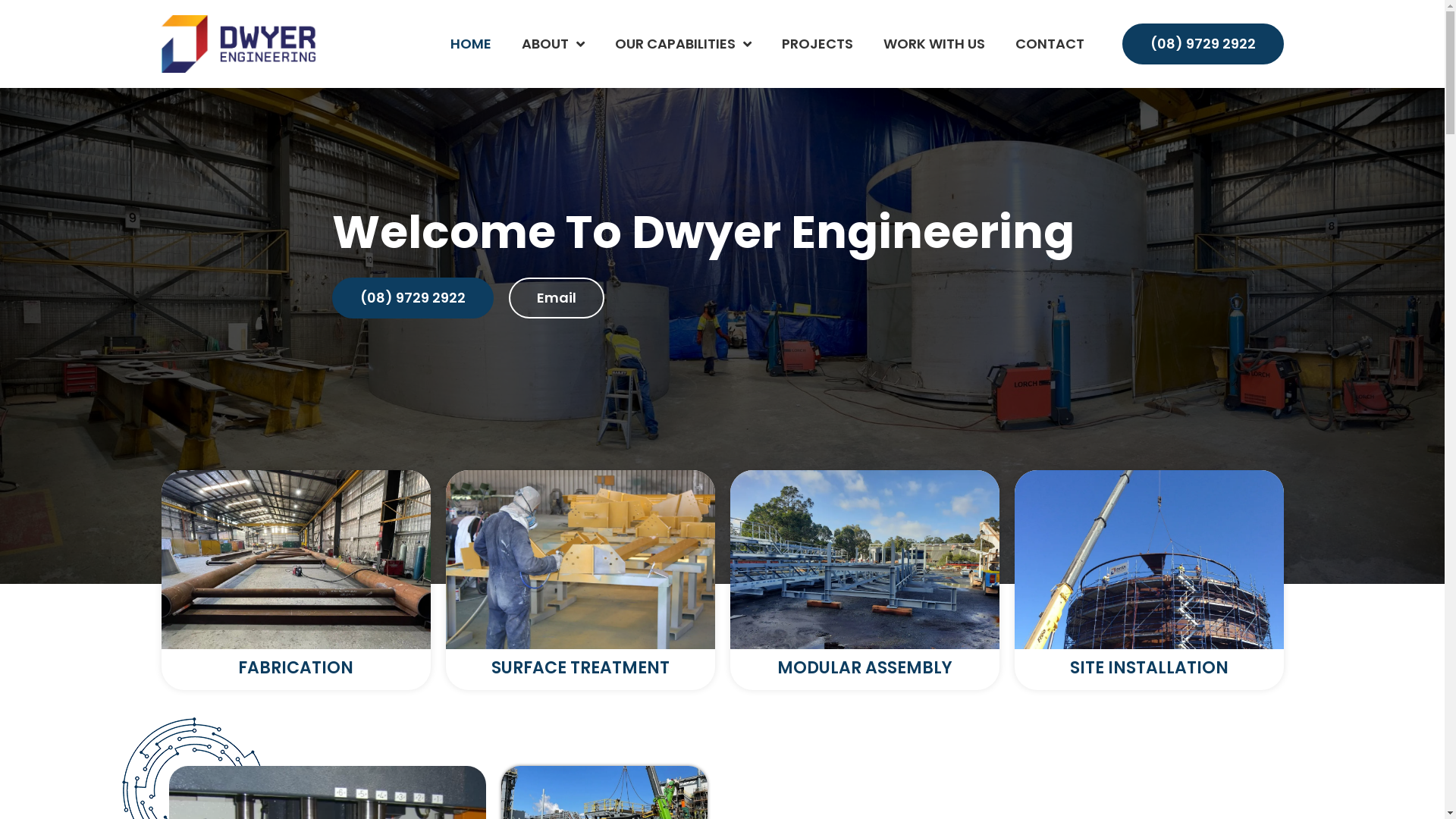 This screenshot has width=1456, height=819. Describe the element at coordinates (1048, 42) in the screenshot. I see `'CONTACT'` at that location.